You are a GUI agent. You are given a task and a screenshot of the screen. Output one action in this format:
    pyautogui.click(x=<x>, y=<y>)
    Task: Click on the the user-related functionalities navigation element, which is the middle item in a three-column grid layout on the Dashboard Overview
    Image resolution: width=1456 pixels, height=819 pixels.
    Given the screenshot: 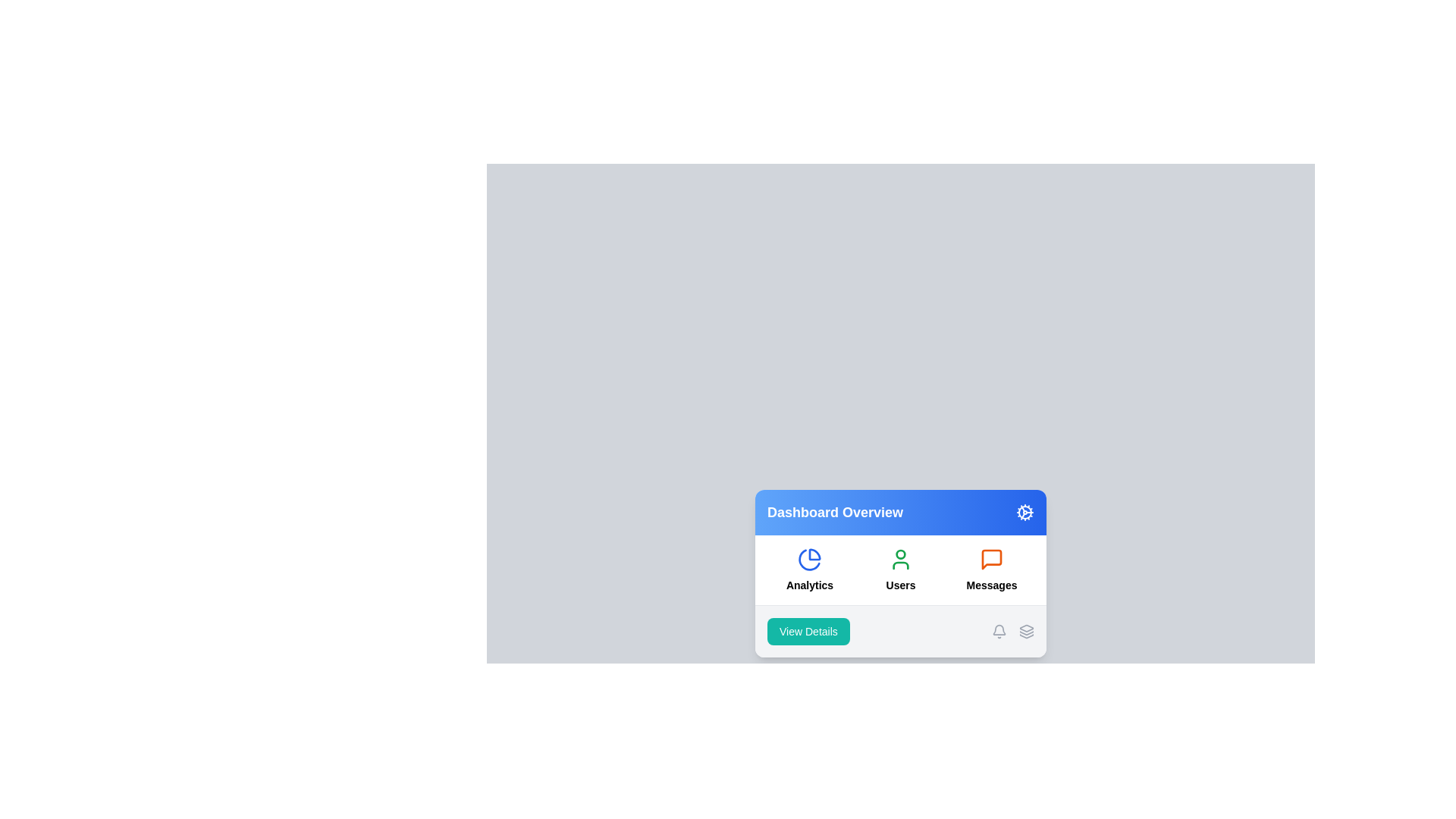 What is the action you would take?
    pyautogui.click(x=901, y=570)
    